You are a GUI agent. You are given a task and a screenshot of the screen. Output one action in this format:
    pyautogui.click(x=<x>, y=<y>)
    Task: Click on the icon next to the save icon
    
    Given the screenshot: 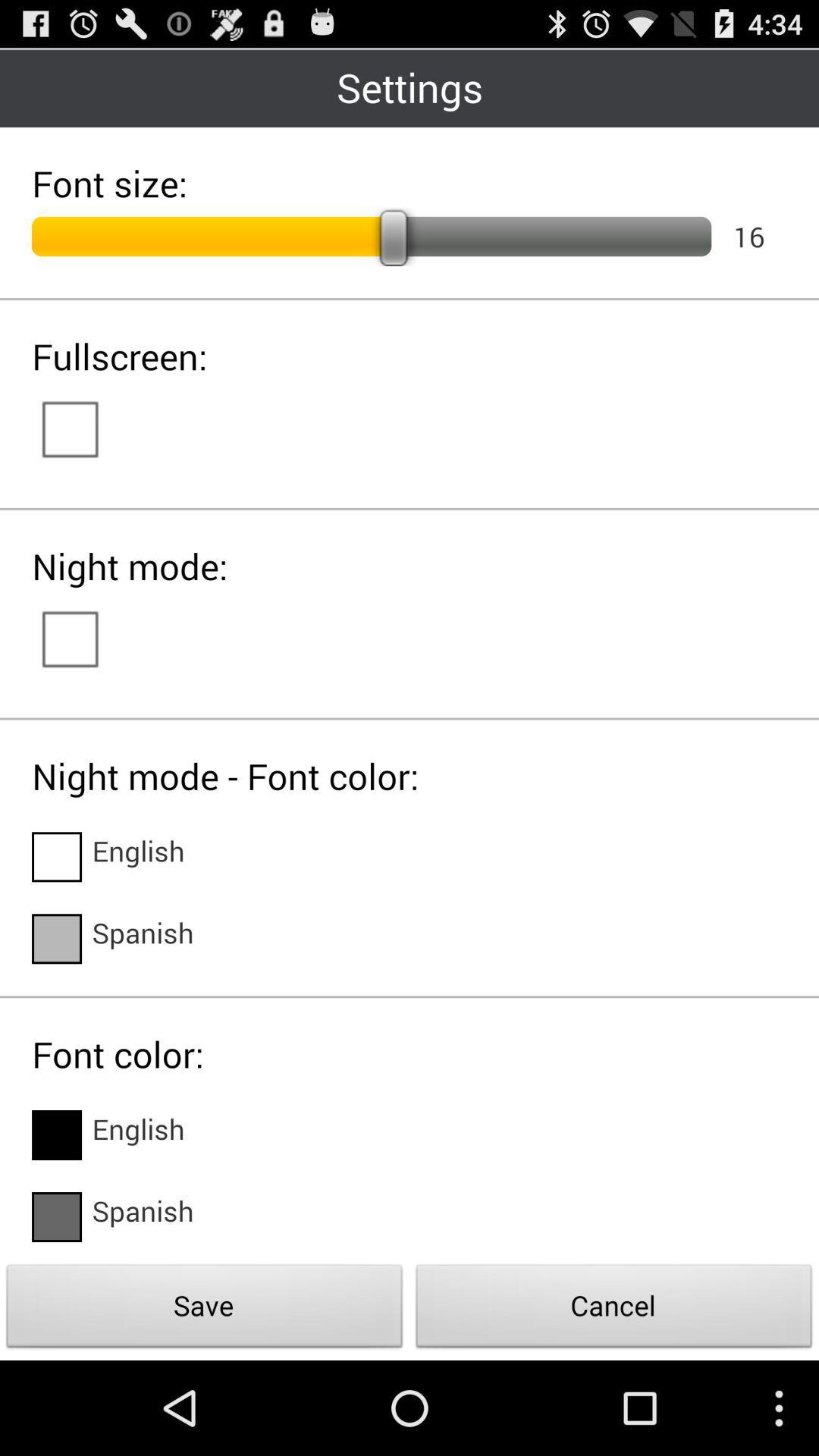 What is the action you would take?
    pyautogui.click(x=614, y=1310)
    